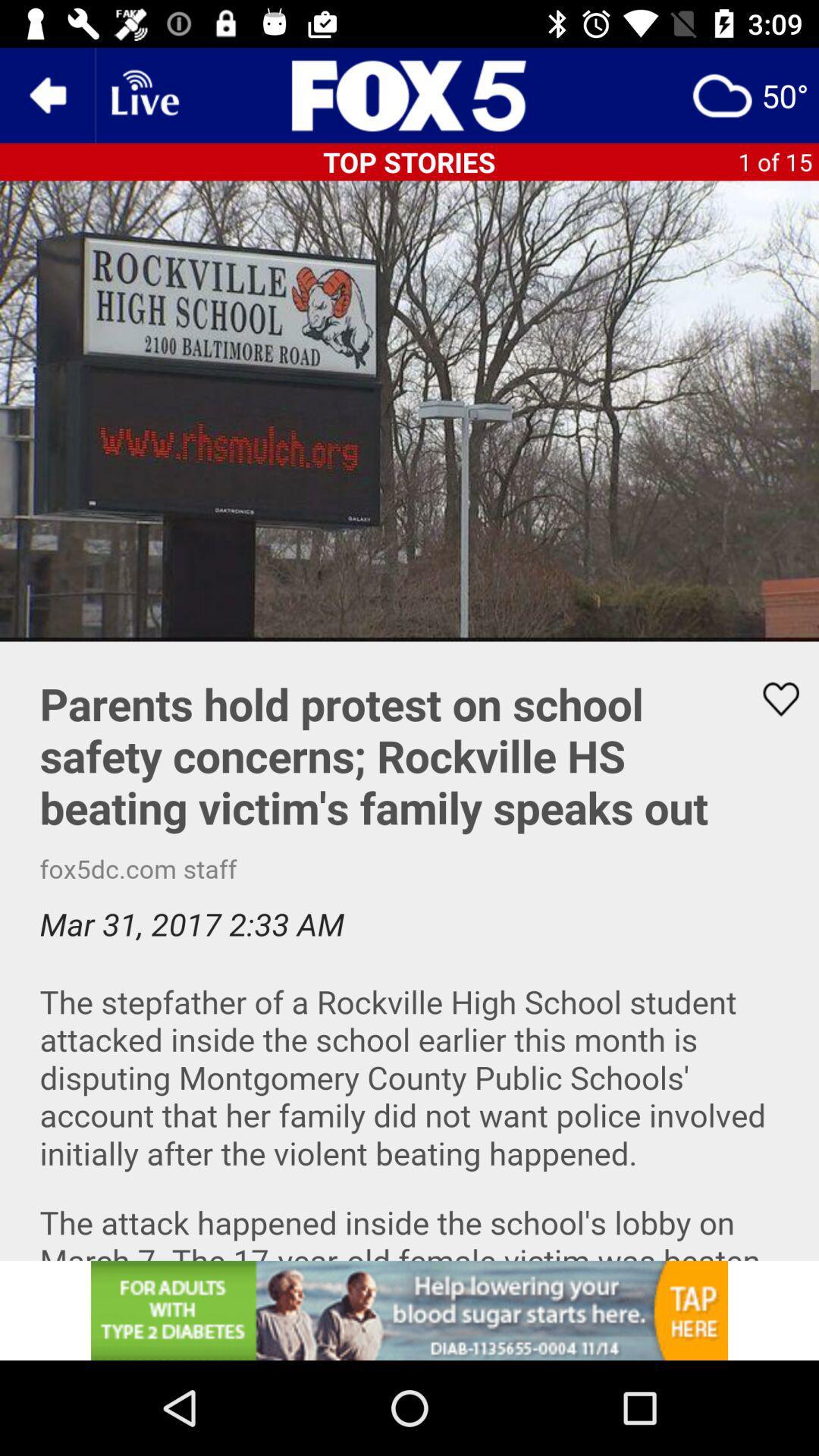 This screenshot has width=819, height=1456. Describe the element at coordinates (409, 950) in the screenshot. I see `video detail sentions` at that location.